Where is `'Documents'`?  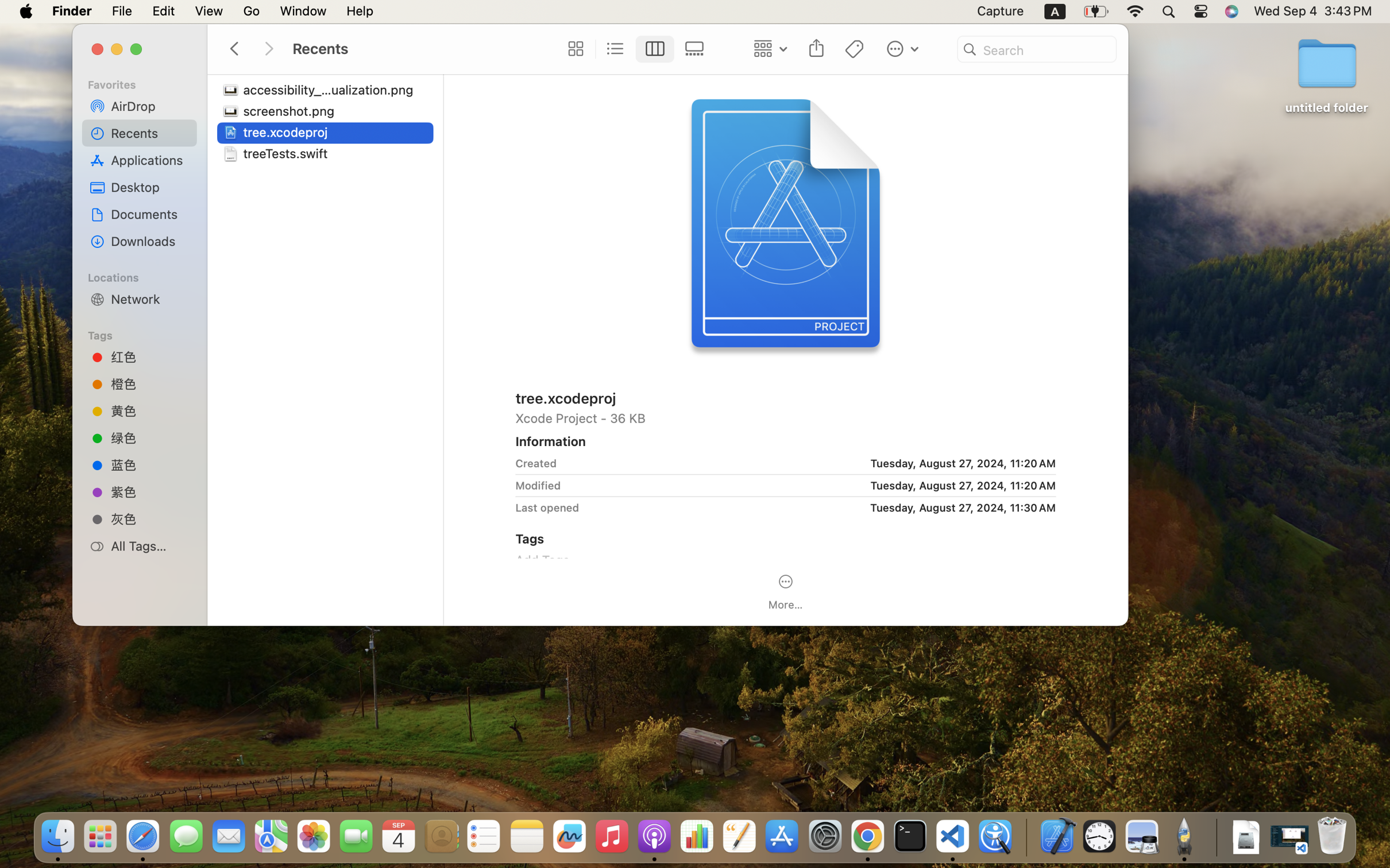
'Documents' is located at coordinates (149, 214).